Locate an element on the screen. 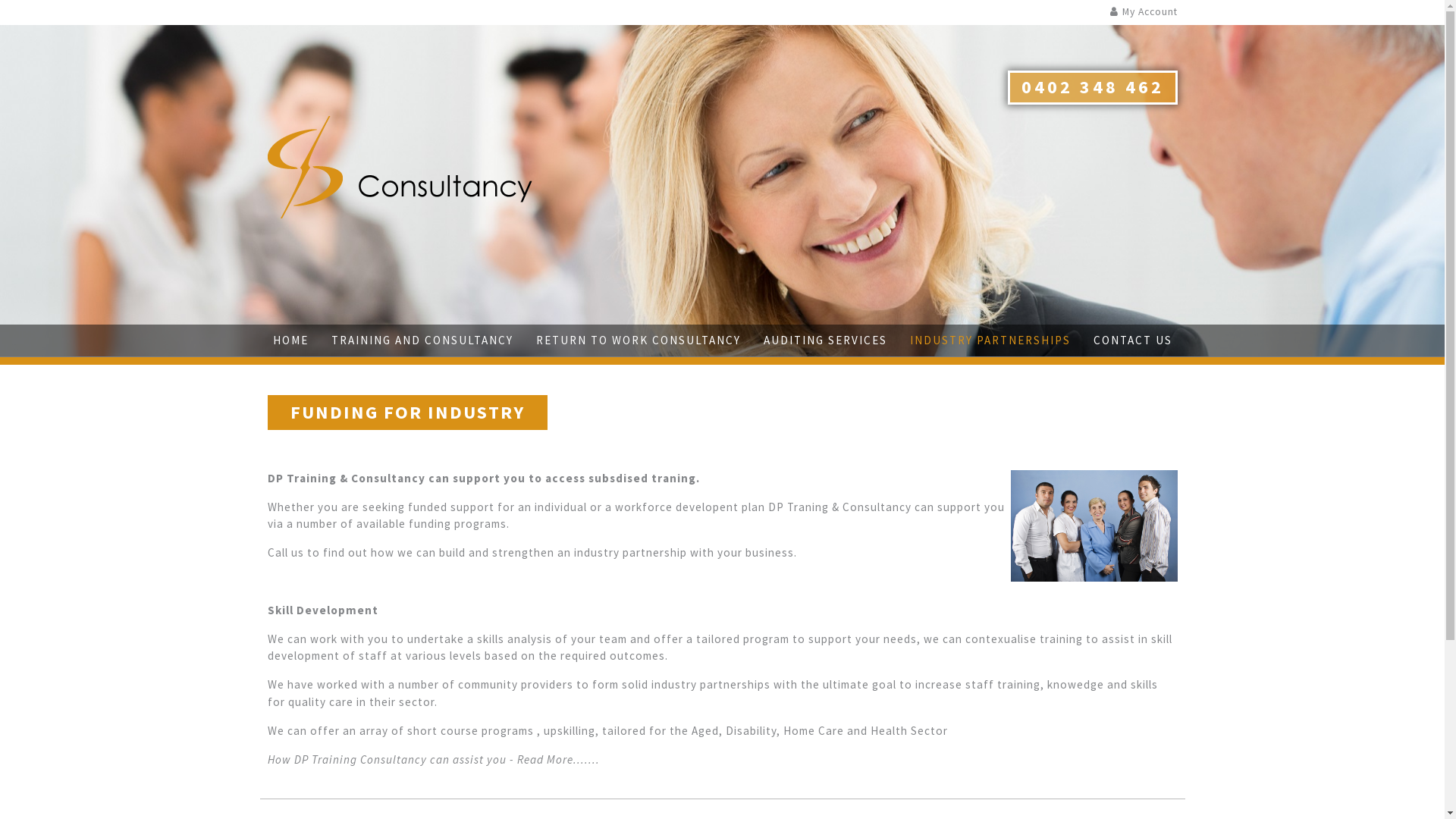 The image size is (1456, 819). 'AUDITING SERVICES' is located at coordinates (763, 340).